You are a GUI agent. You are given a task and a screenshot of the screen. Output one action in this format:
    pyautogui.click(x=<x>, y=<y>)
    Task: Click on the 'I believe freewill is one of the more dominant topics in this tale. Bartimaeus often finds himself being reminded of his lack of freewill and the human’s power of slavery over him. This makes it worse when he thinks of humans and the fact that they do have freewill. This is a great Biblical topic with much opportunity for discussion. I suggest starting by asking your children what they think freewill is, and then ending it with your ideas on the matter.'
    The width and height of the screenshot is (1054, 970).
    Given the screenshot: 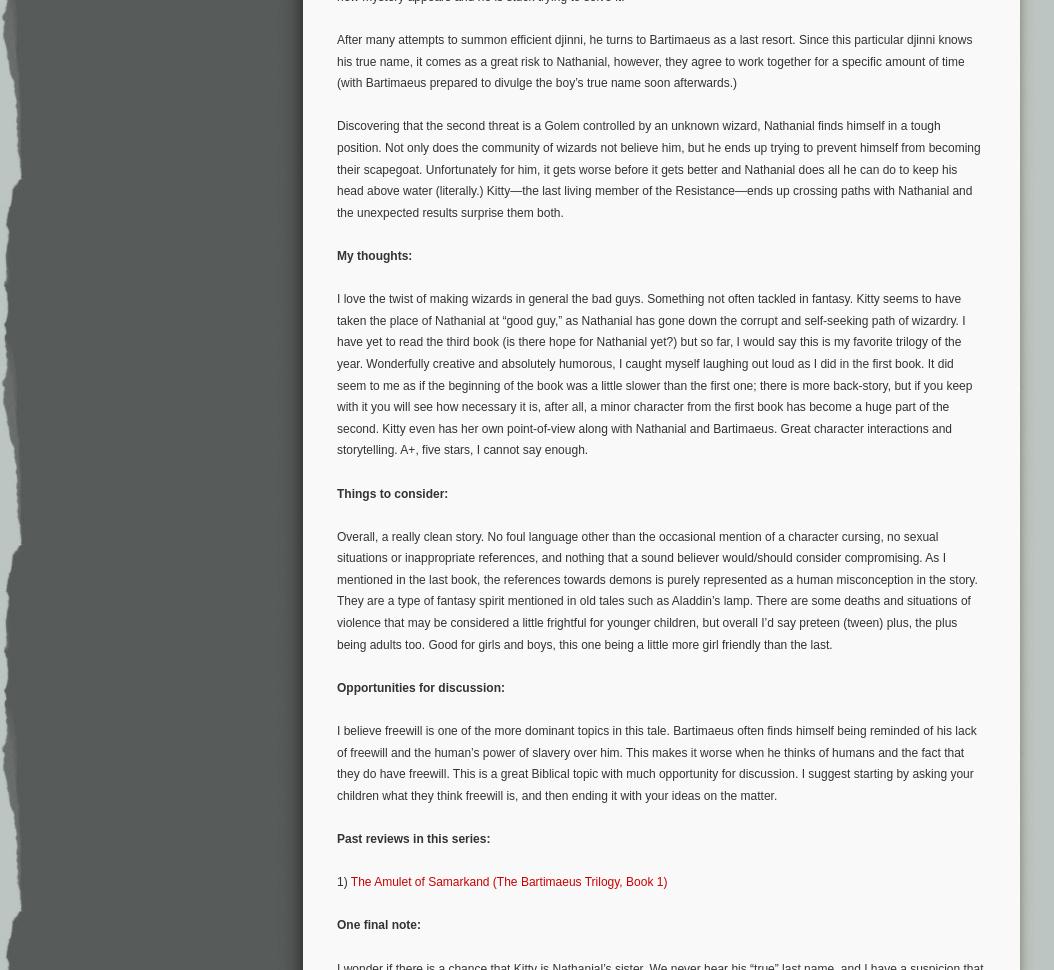 What is the action you would take?
    pyautogui.click(x=656, y=762)
    